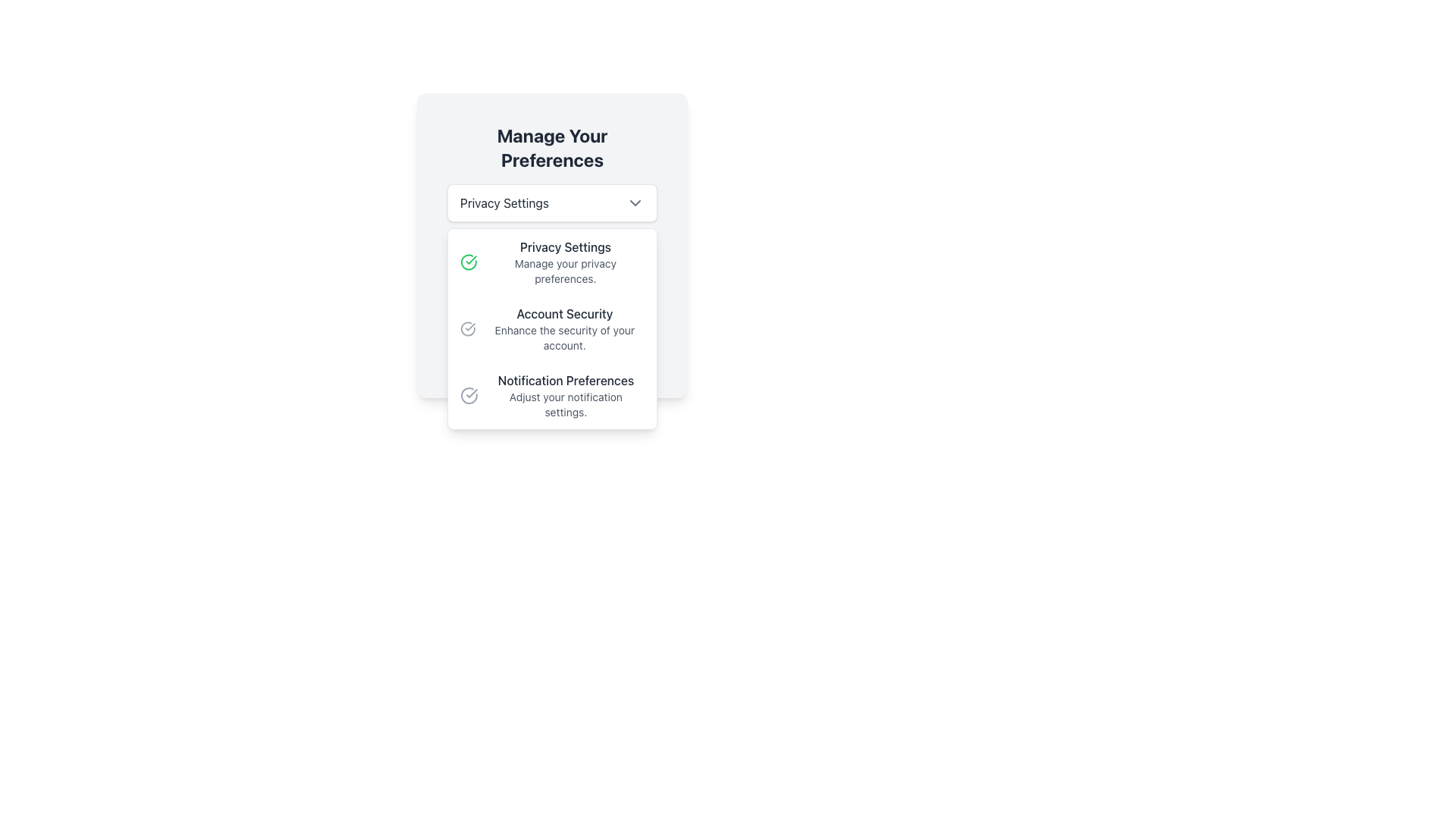 This screenshot has height=819, width=1456. What do you see at coordinates (564, 246) in the screenshot?
I see `the 'Privacy Settings' text label located in the upper part of the dropdown menu, which is styled with a medium font weight and contrasts well with the light background` at bounding box center [564, 246].